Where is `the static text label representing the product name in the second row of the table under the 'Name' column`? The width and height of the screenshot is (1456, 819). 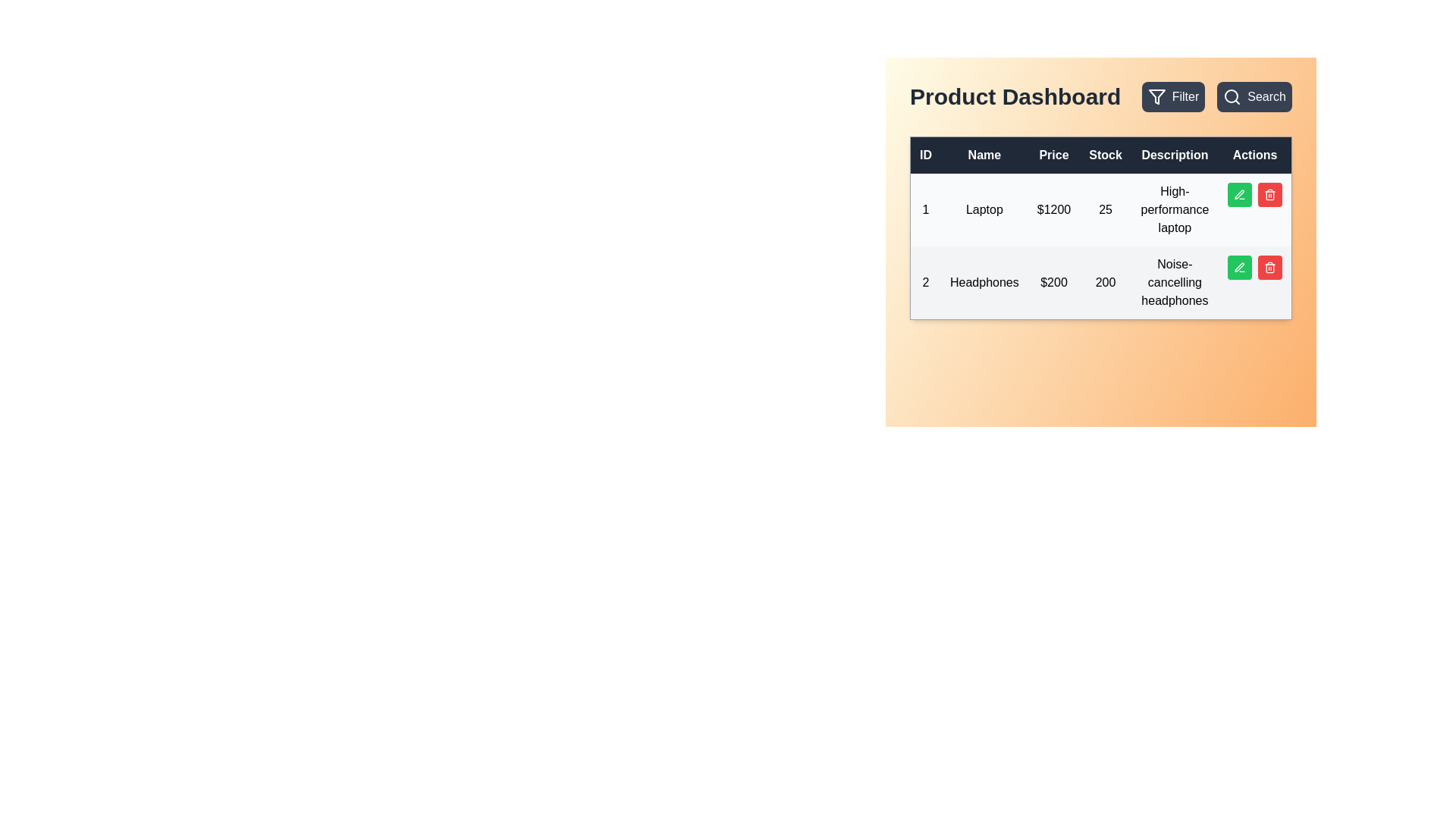
the static text label representing the product name in the second row of the table under the 'Name' column is located at coordinates (984, 283).